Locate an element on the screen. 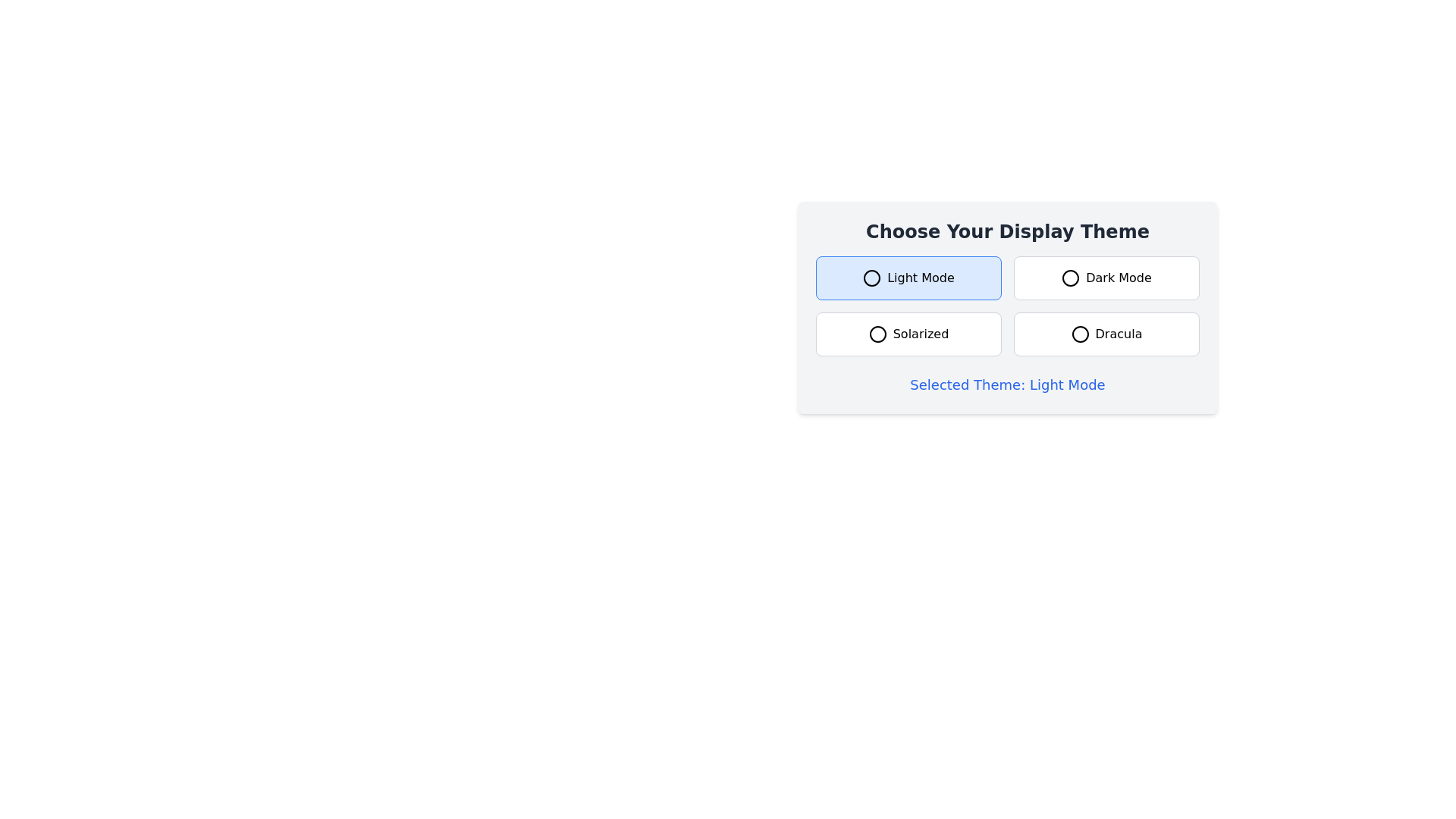  the 'Dracula' button is located at coordinates (1106, 333).